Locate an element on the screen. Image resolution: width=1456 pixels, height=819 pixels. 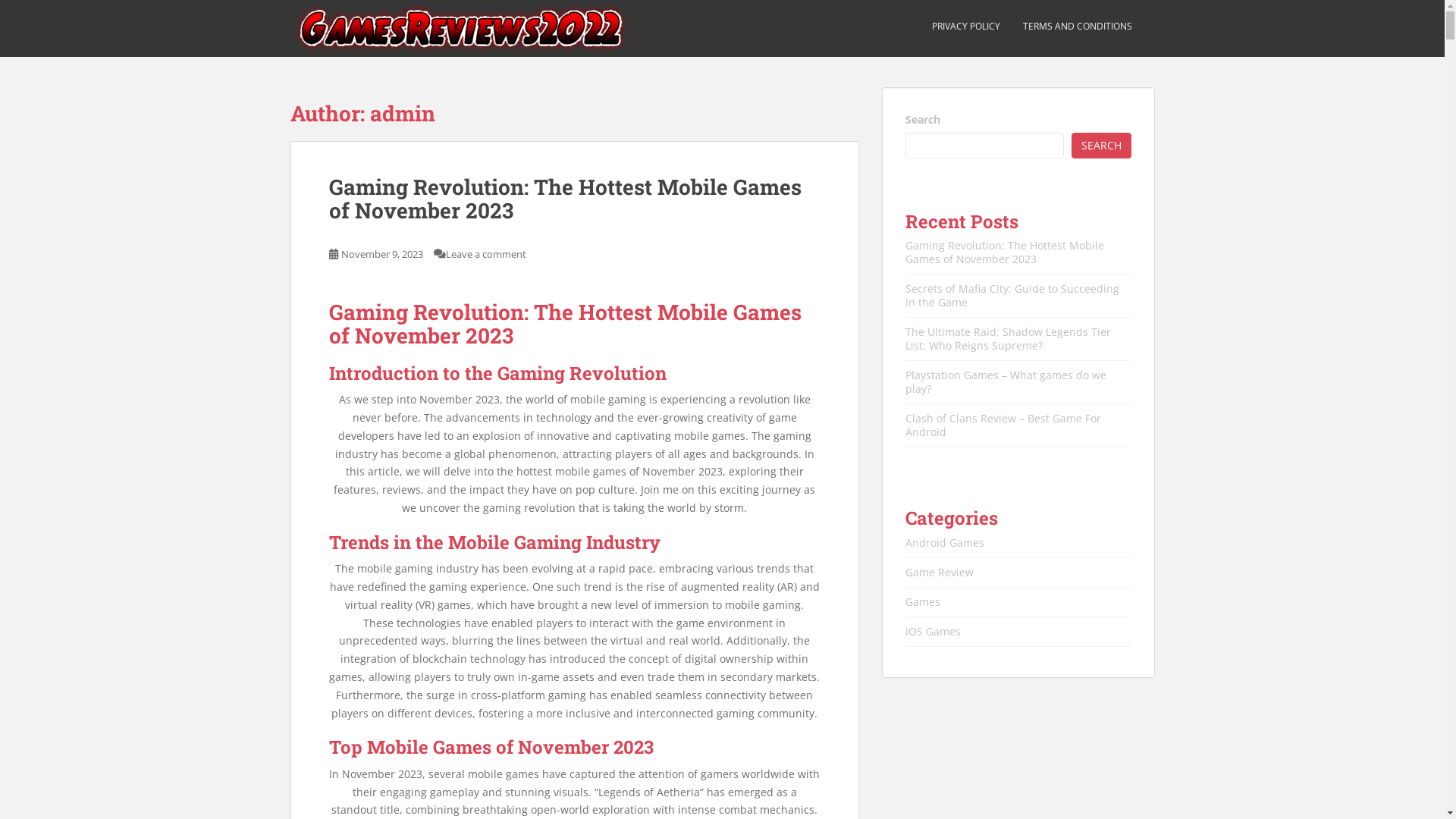
'Leave a comment' is located at coordinates (486, 253).